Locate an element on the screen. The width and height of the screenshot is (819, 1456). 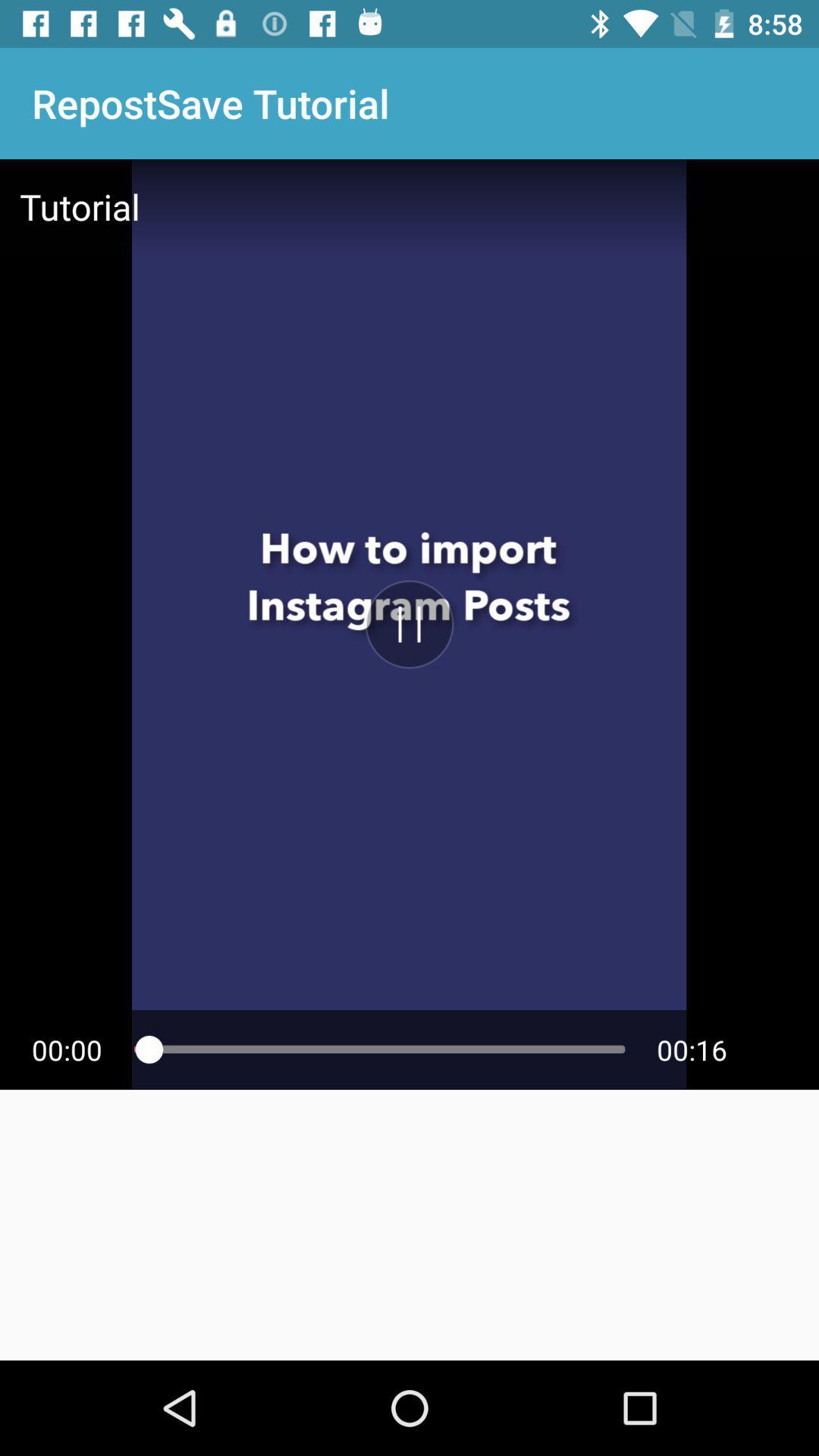
video on and stop button is located at coordinates (409, 624).